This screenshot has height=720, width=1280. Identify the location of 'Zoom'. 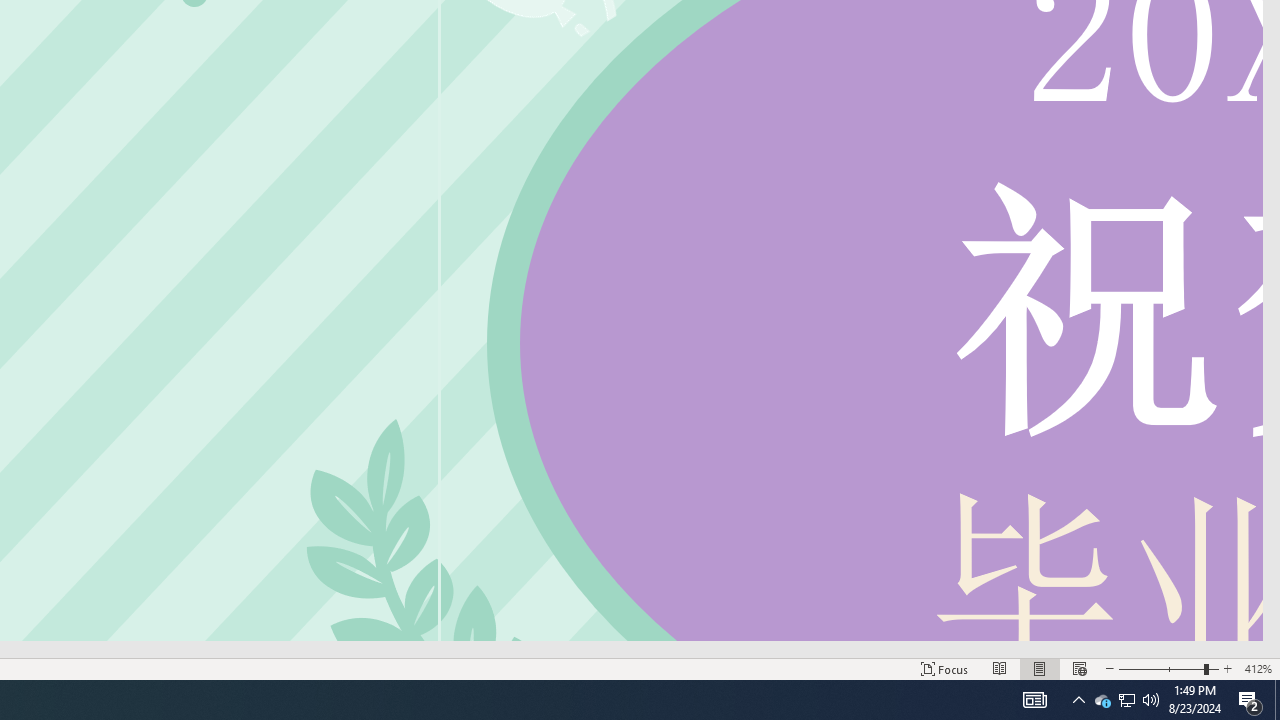
(1168, 669).